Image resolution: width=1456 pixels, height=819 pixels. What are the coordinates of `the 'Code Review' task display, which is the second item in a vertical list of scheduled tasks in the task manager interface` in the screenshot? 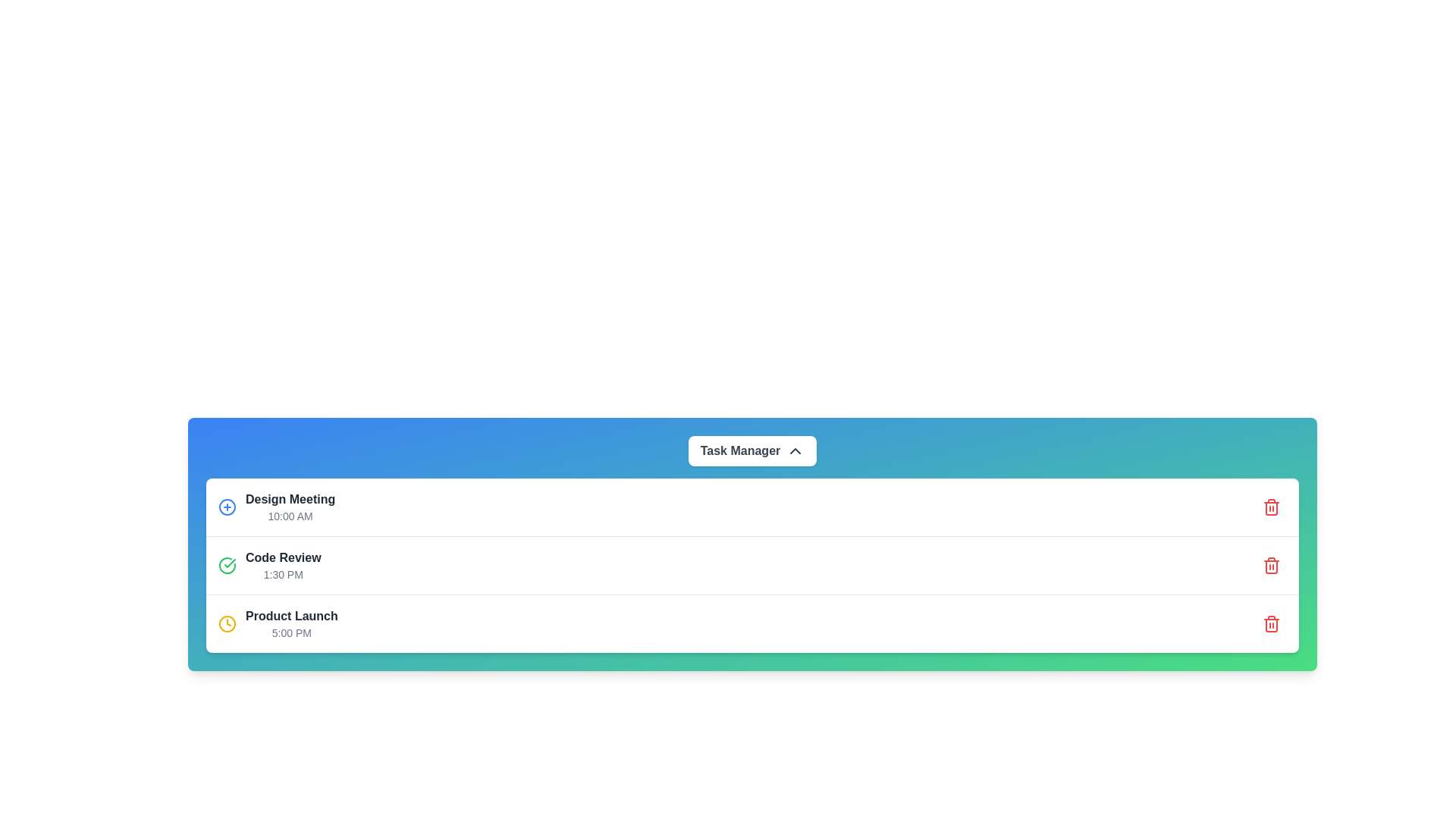 It's located at (283, 565).